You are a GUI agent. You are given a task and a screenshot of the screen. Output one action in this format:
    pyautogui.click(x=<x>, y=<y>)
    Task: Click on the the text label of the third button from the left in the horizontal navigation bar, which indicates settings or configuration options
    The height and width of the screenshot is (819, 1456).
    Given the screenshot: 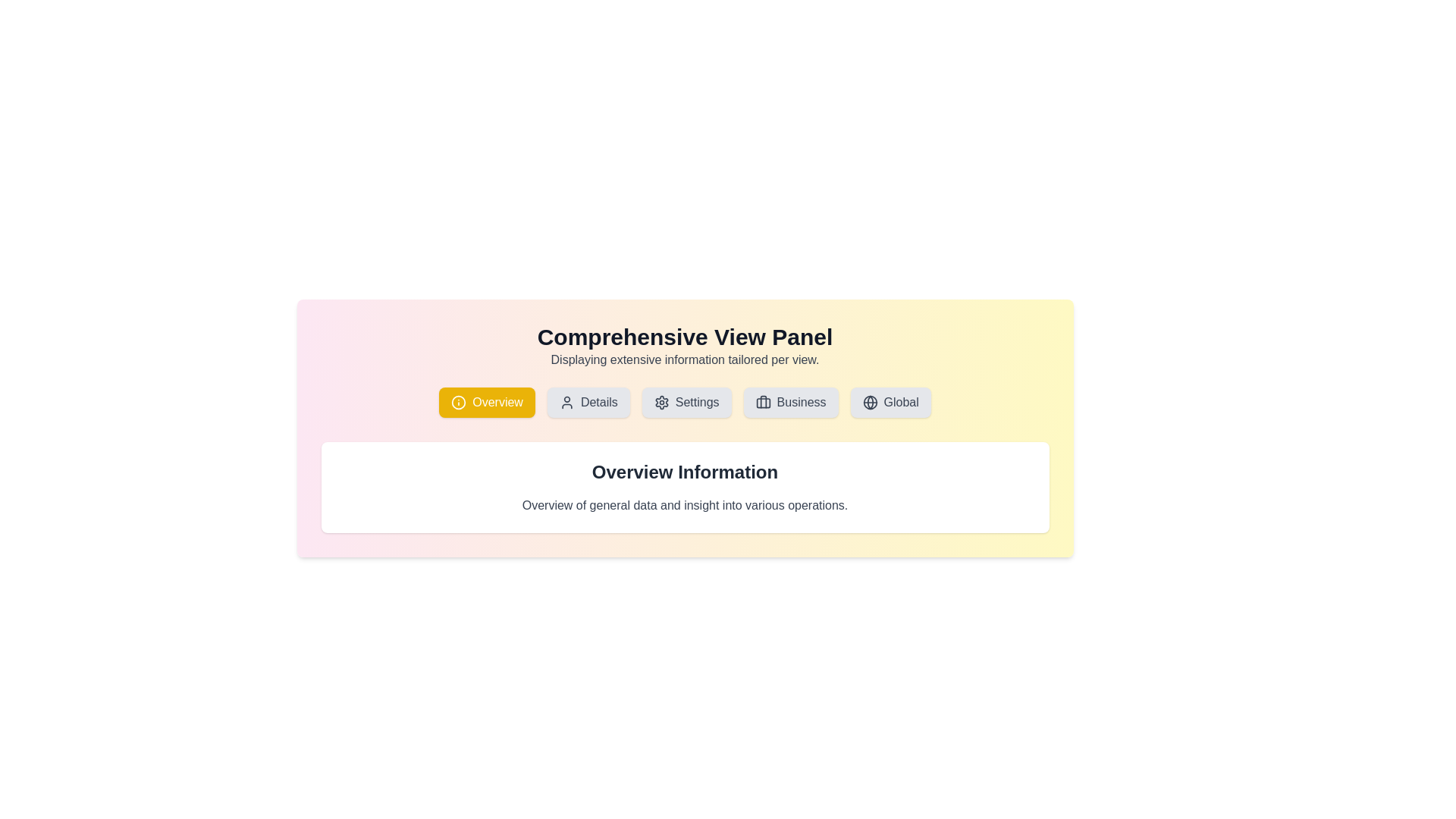 What is the action you would take?
    pyautogui.click(x=696, y=402)
    